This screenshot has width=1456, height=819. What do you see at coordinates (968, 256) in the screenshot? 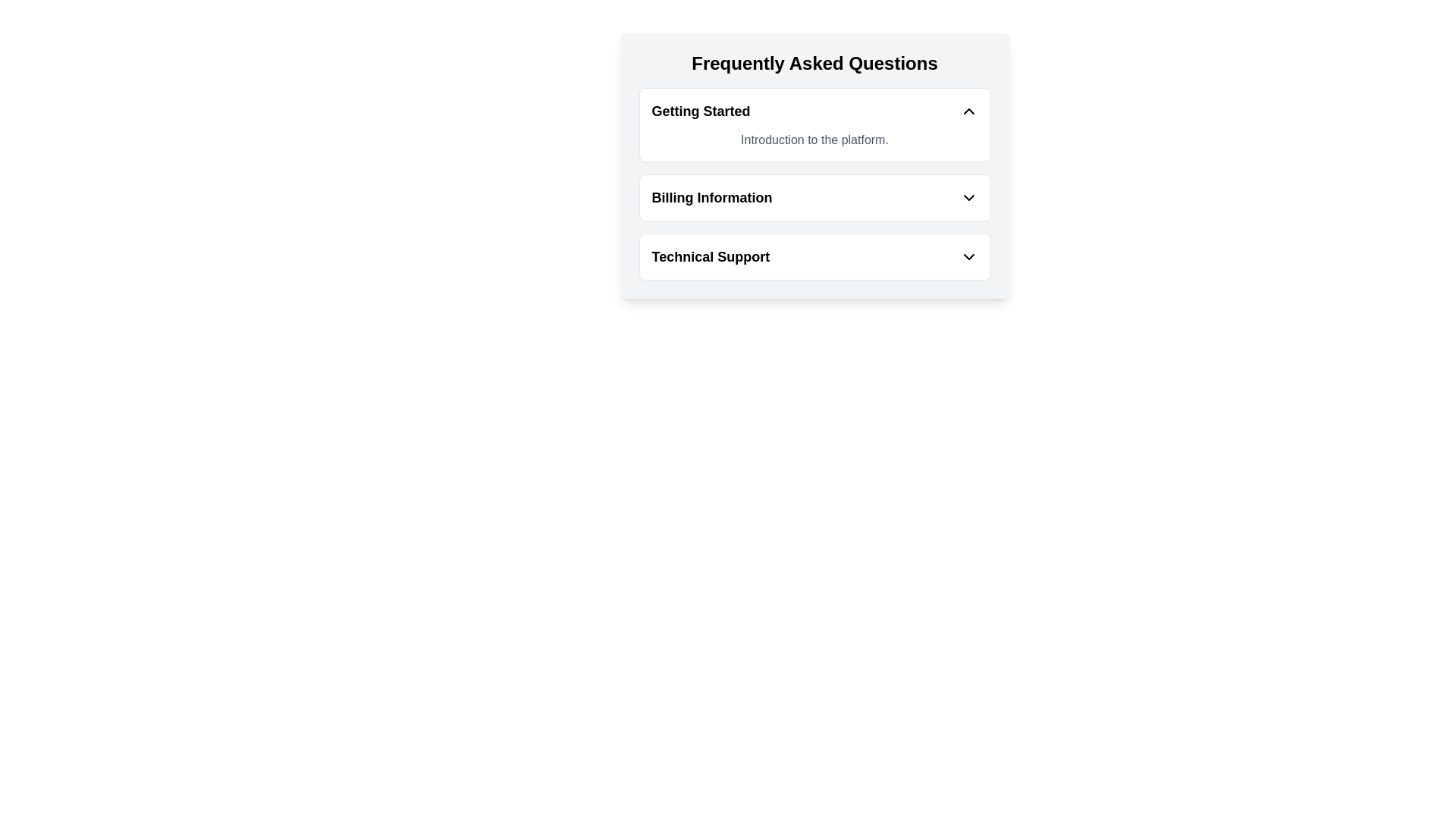
I see `the chevron icon` at bounding box center [968, 256].